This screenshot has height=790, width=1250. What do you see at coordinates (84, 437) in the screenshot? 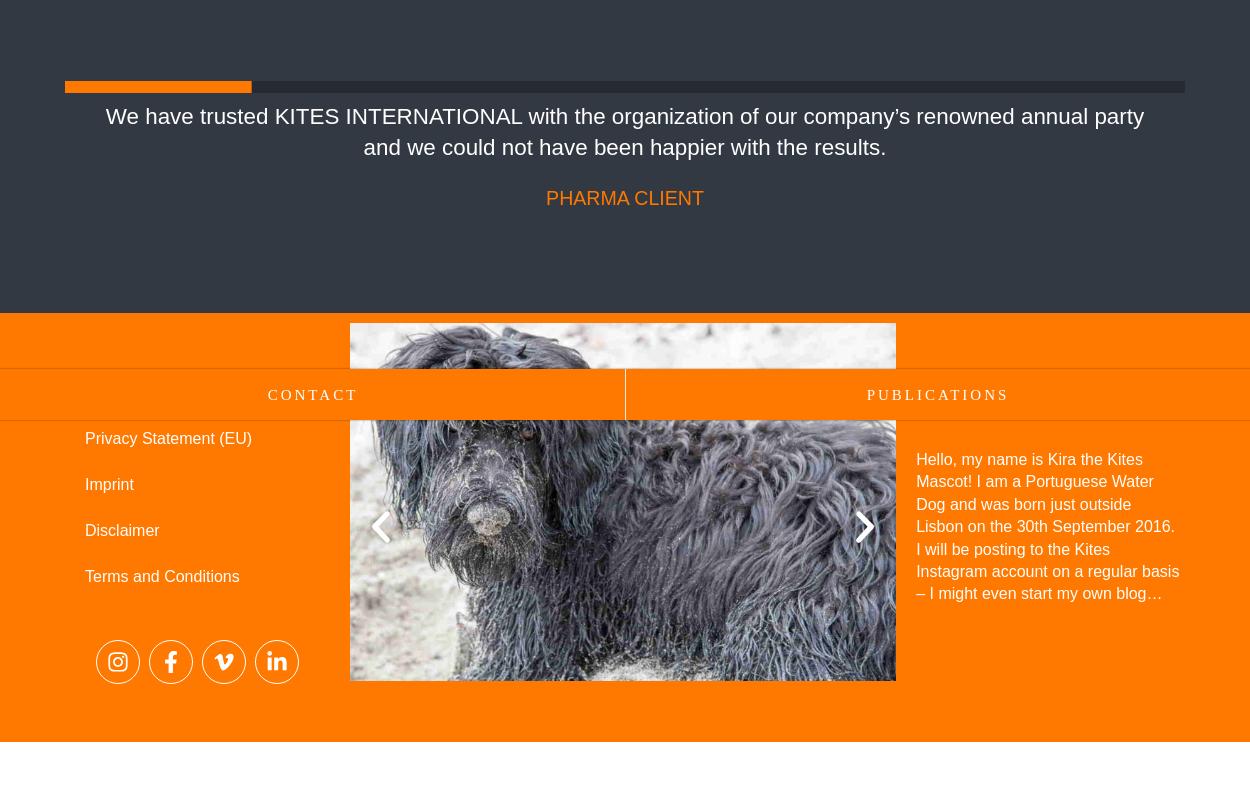
I see `'Privacy Statement (EU)'` at bounding box center [84, 437].